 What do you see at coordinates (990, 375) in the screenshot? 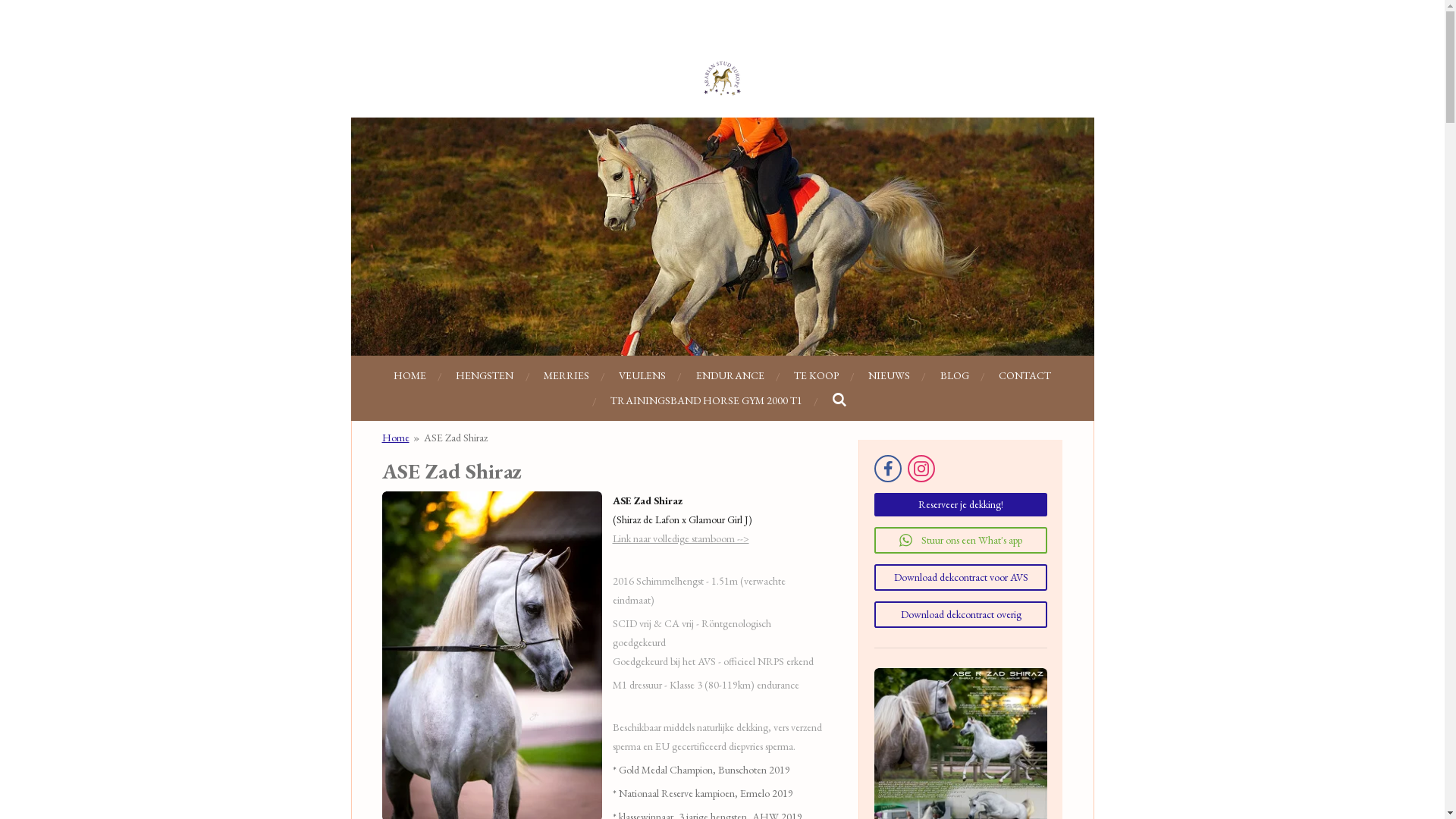
I see `'CONTACT'` at bounding box center [990, 375].